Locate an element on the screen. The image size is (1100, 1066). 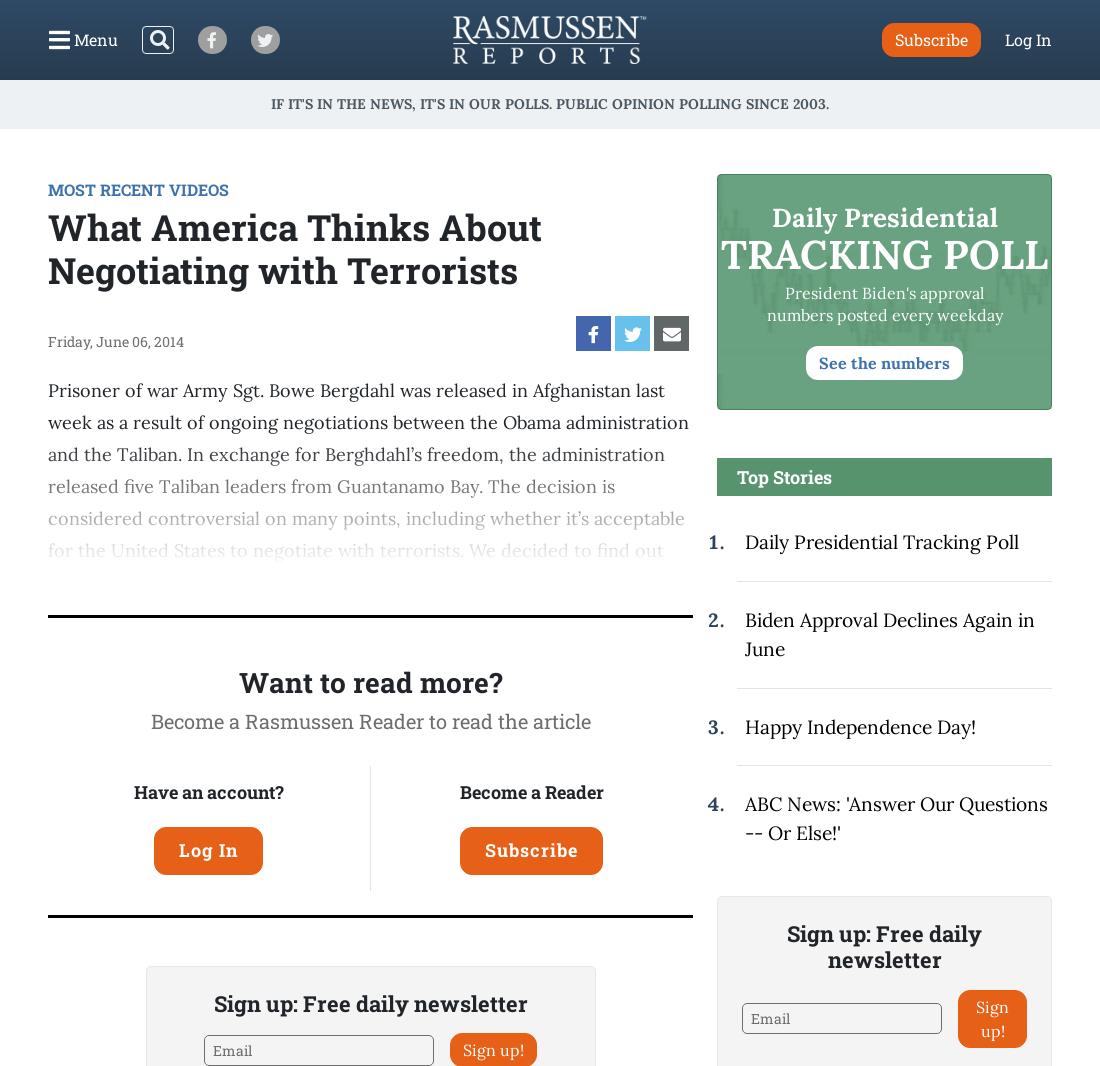
'Have an account?' is located at coordinates (208, 789).